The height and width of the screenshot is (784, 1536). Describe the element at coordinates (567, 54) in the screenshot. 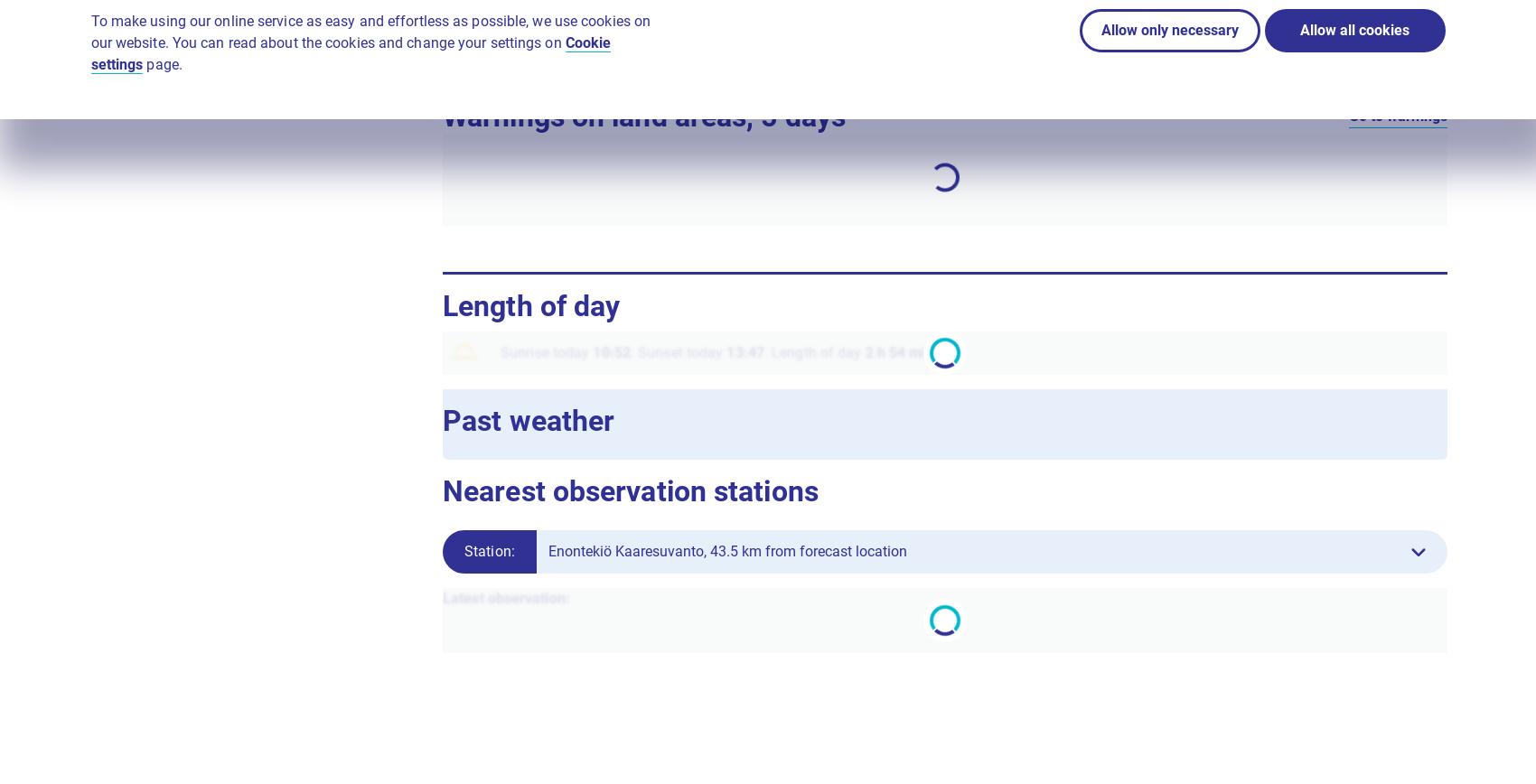

I see `'Interpretation guide for Local weather'` at that location.